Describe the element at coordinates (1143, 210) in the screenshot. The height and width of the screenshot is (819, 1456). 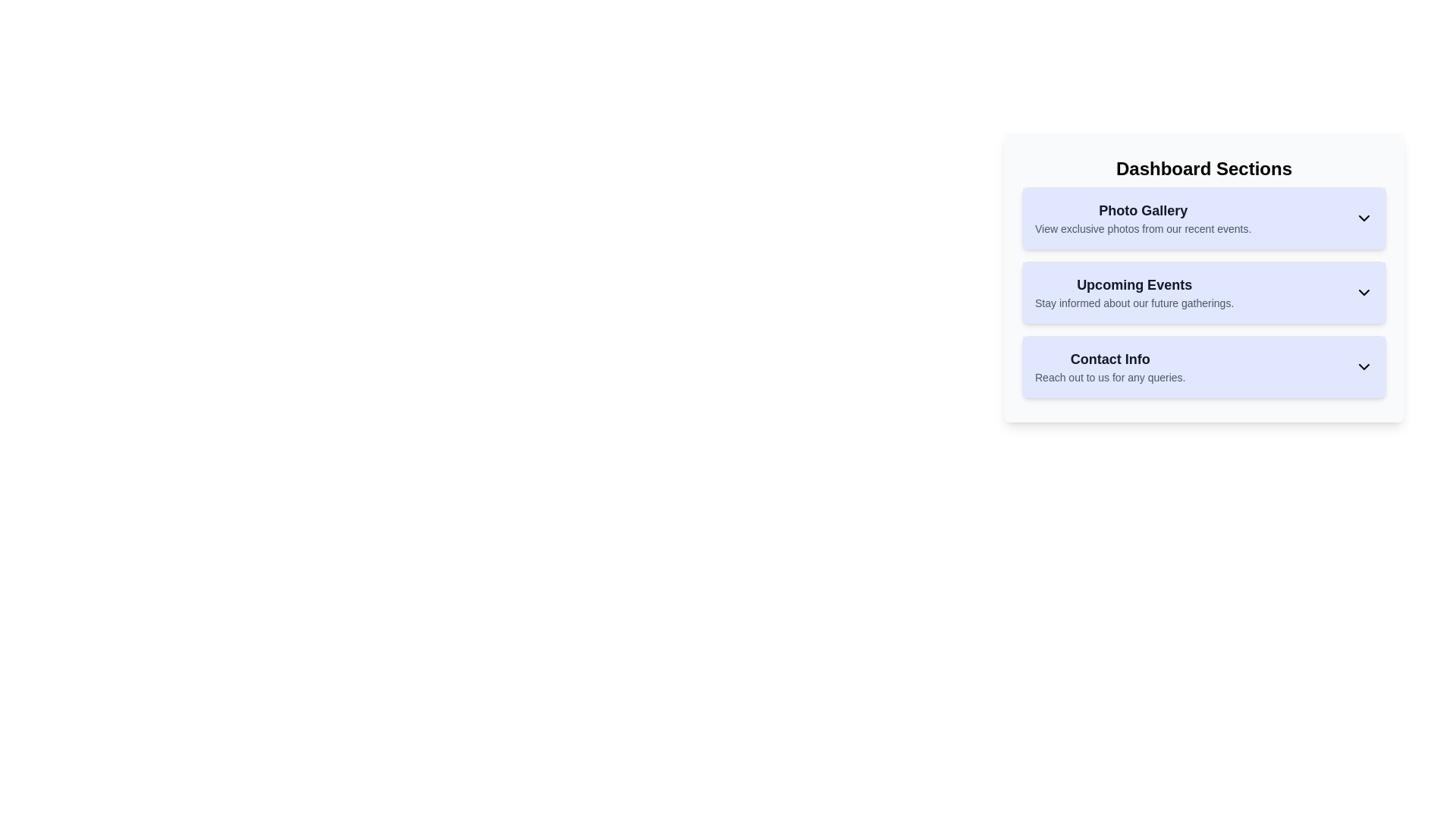
I see `the 'Photo Gallery' text label` at that location.